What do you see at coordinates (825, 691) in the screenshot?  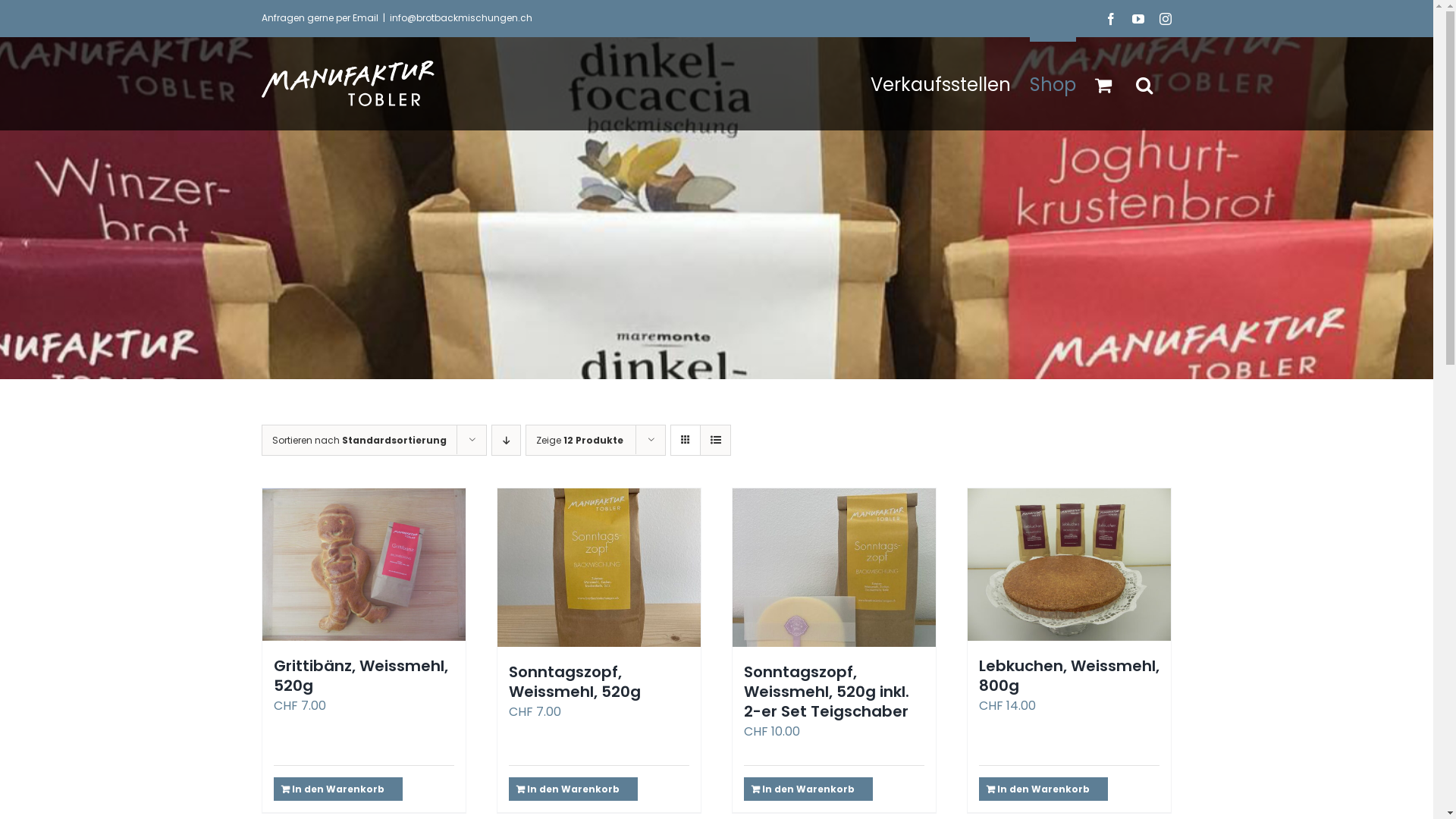 I see `'Sonntagszopf, Weissmehl, 520g inkl. 2-er Set Teigschaber'` at bounding box center [825, 691].